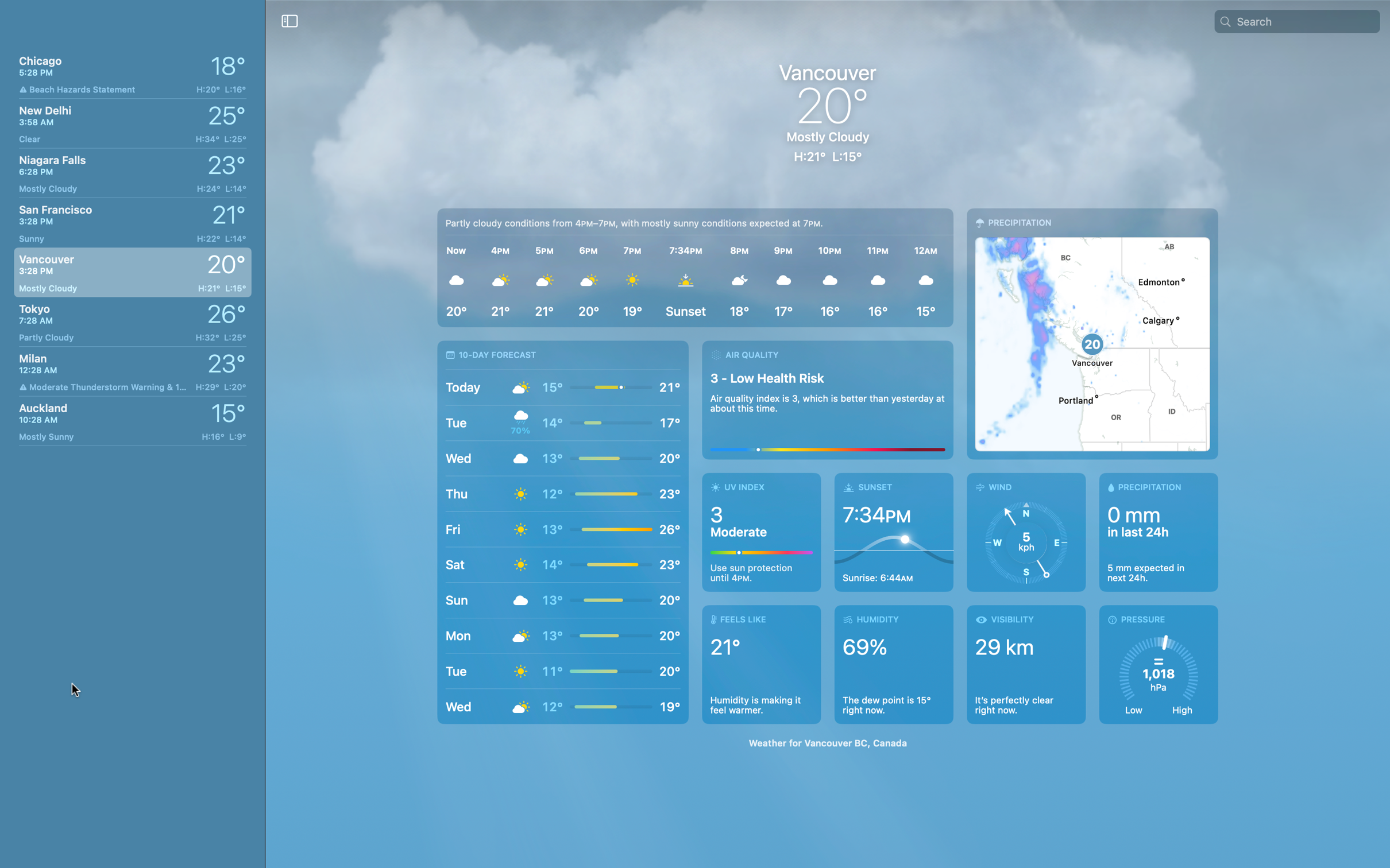 Image resolution: width=1390 pixels, height=868 pixels. Describe the element at coordinates (894, 532) in the screenshot. I see `View the sun position in Vancouver` at that location.